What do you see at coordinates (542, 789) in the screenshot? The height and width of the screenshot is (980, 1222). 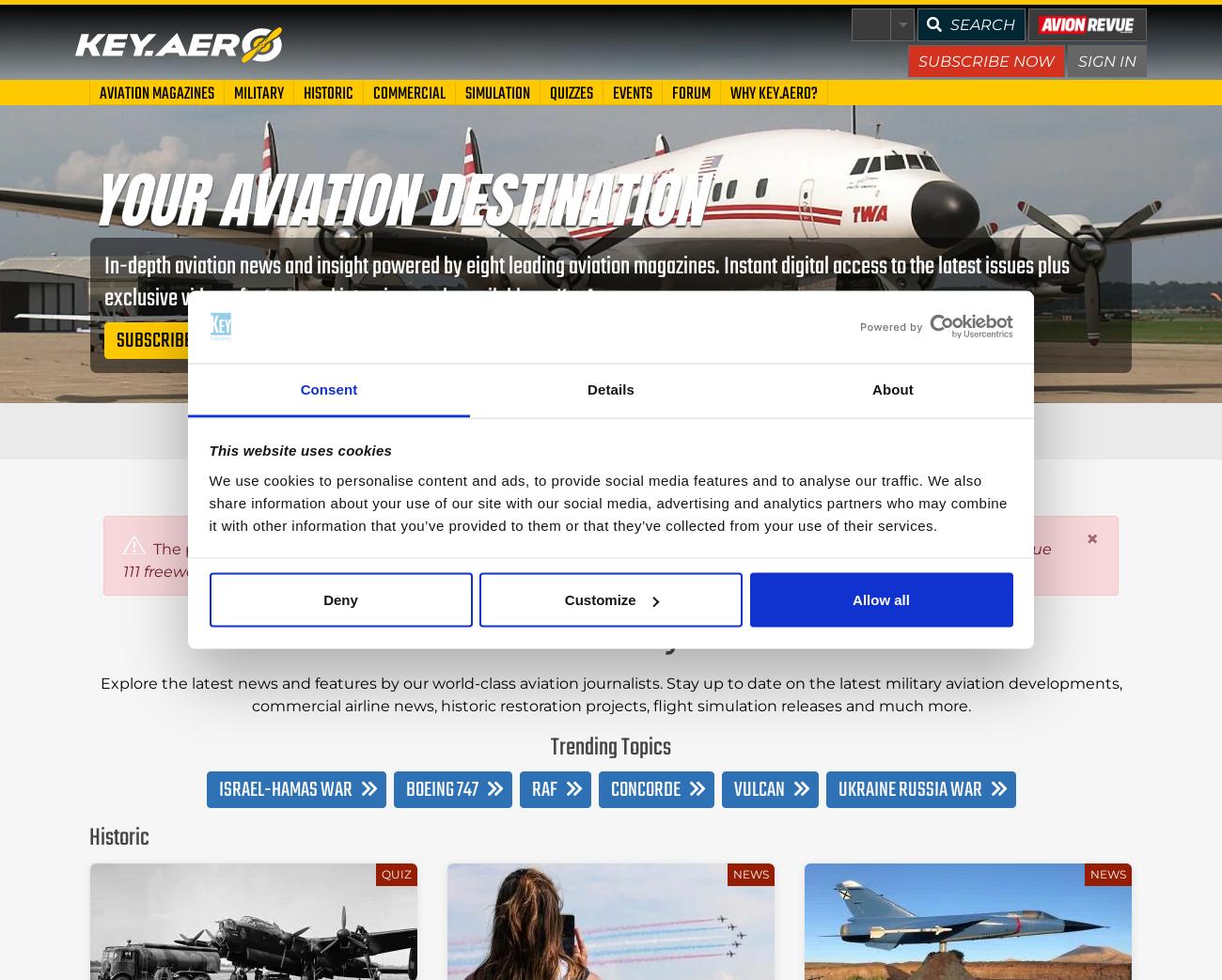 I see `'RAF'` at bounding box center [542, 789].